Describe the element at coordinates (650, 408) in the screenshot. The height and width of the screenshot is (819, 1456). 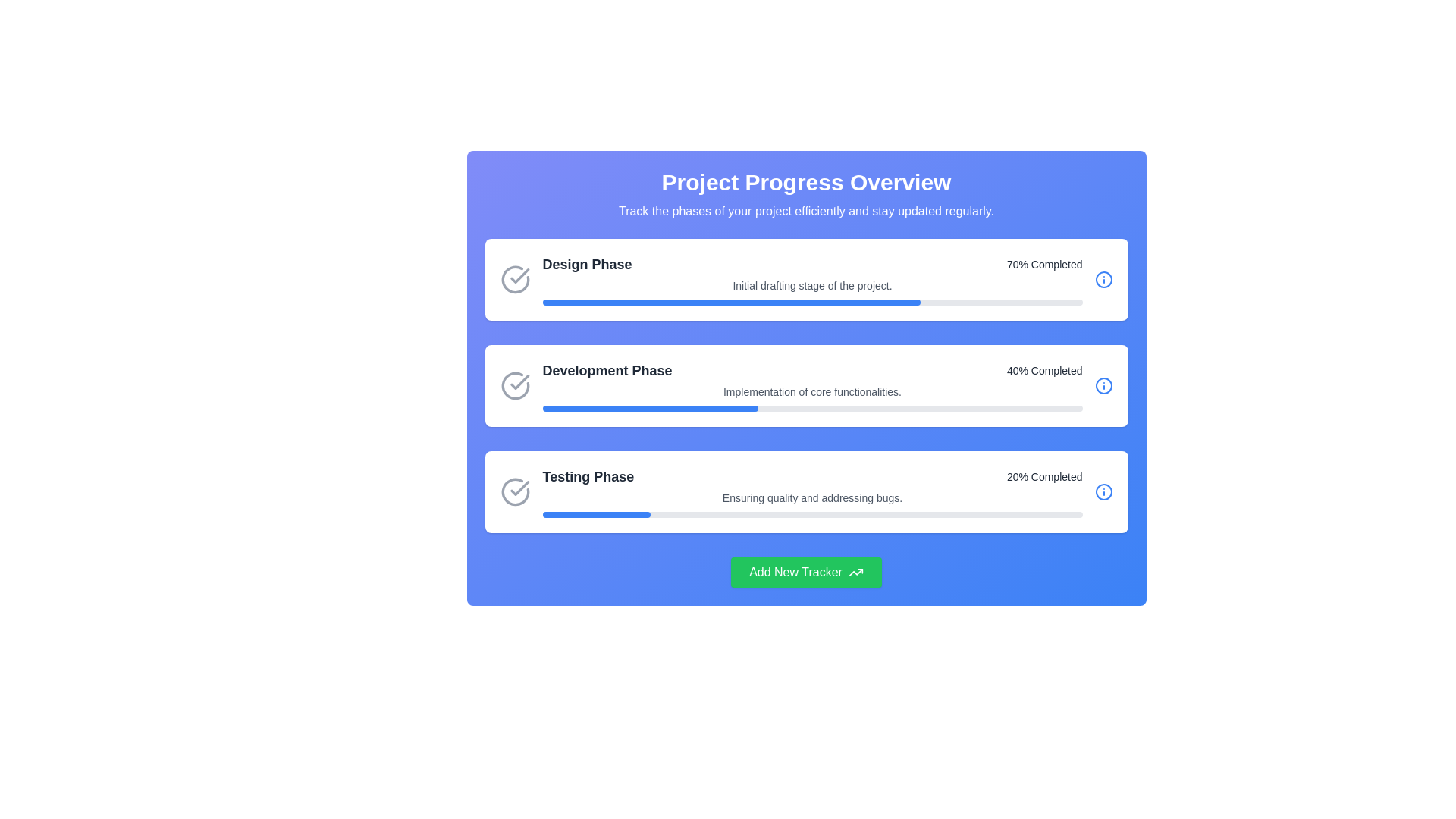
I see `the progress bar segment representing the completion percentage for the 'Development Phase' of the project` at that location.